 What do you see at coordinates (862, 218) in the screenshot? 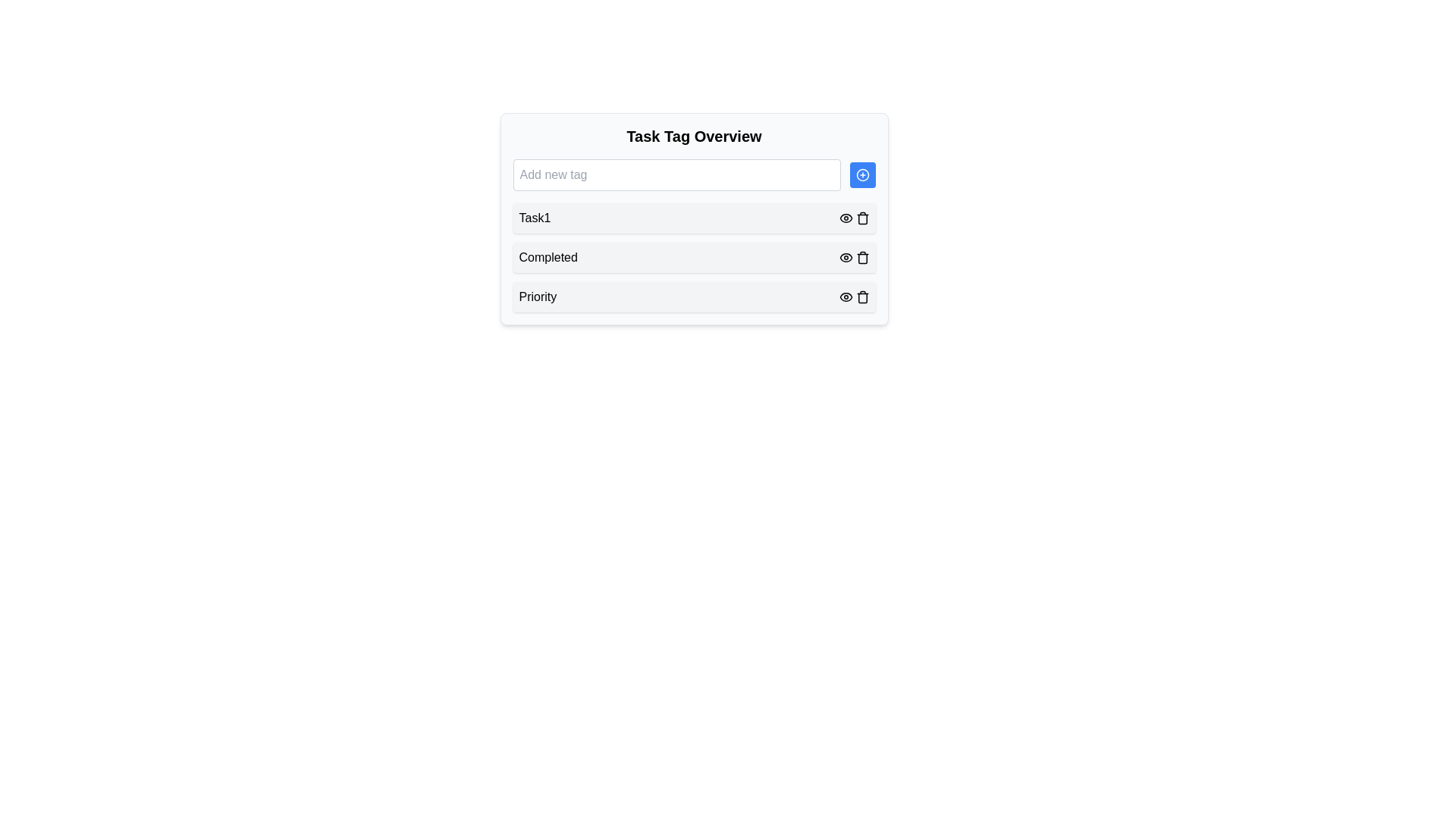
I see `the delete button next to the view icon for 'Task1'` at bounding box center [862, 218].